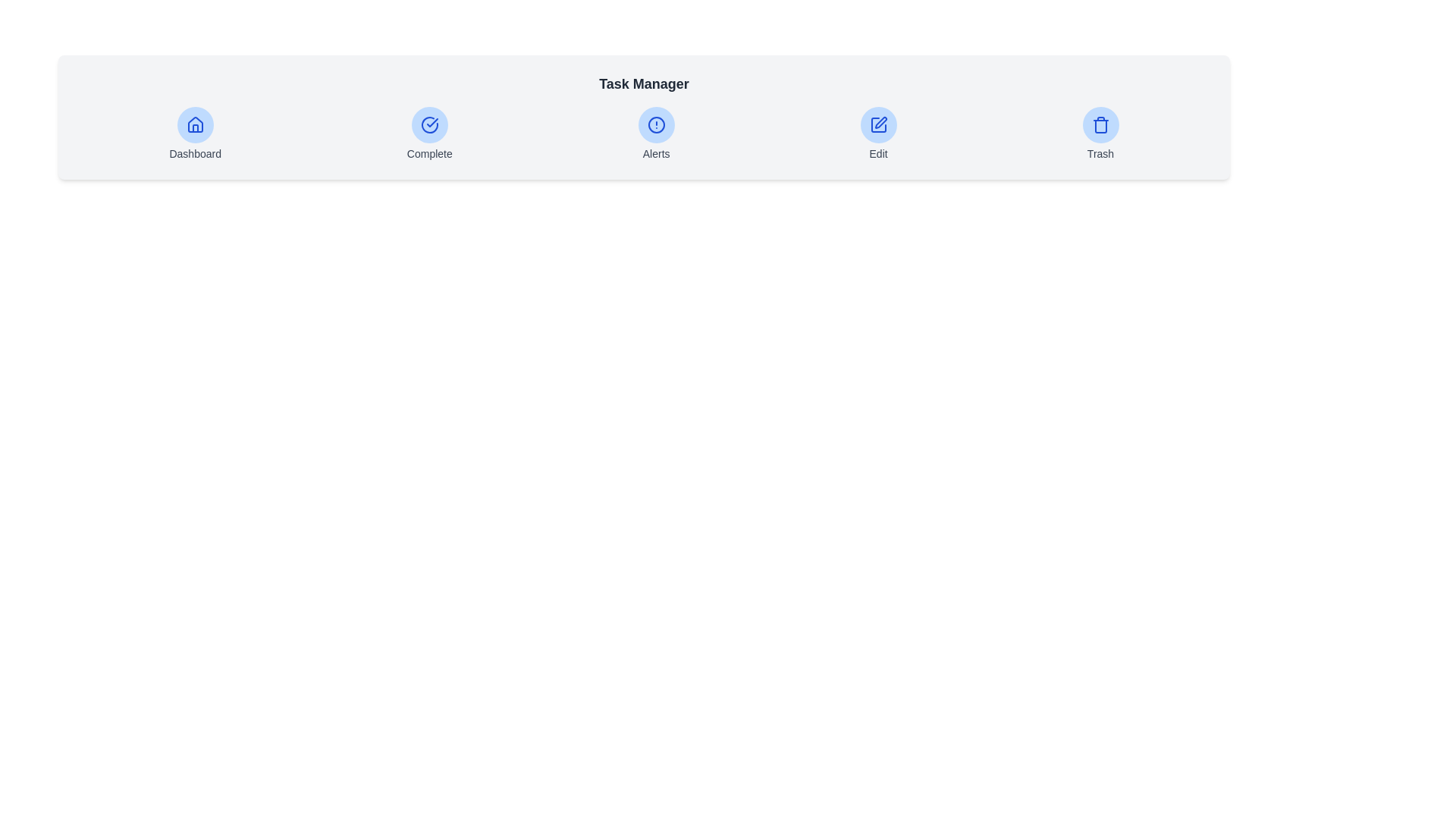 This screenshot has height=819, width=1456. What do you see at coordinates (194, 124) in the screenshot?
I see `the 'Dashboard' icon, which is a minimalist blue house icon with a transparent interior located in the top navigation bar` at bounding box center [194, 124].